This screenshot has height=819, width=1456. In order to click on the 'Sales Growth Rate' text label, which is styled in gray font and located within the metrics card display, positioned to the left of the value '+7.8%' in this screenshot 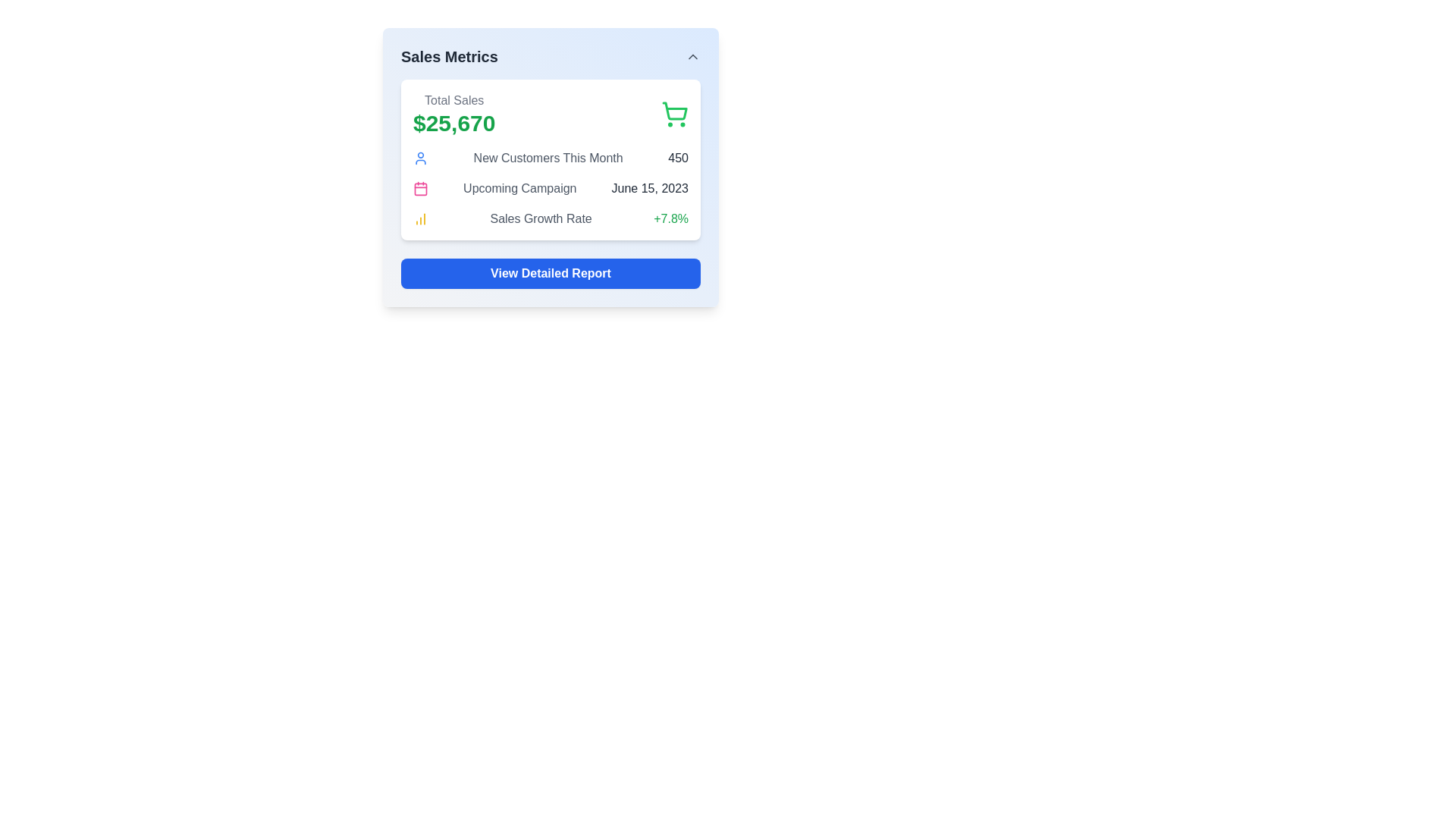, I will do `click(541, 219)`.